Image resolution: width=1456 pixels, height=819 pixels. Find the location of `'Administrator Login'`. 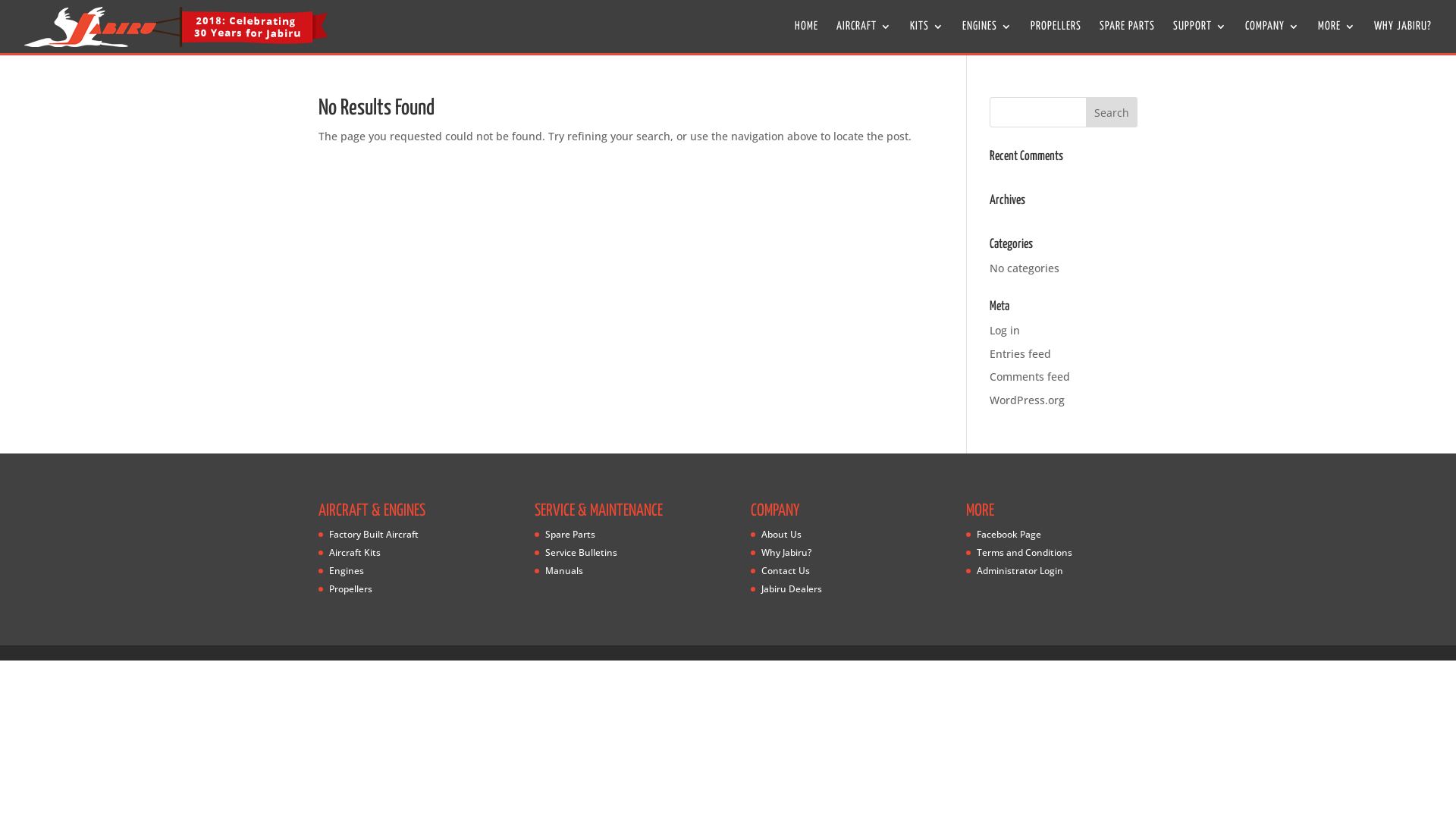

'Administrator Login' is located at coordinates (1019, 570).